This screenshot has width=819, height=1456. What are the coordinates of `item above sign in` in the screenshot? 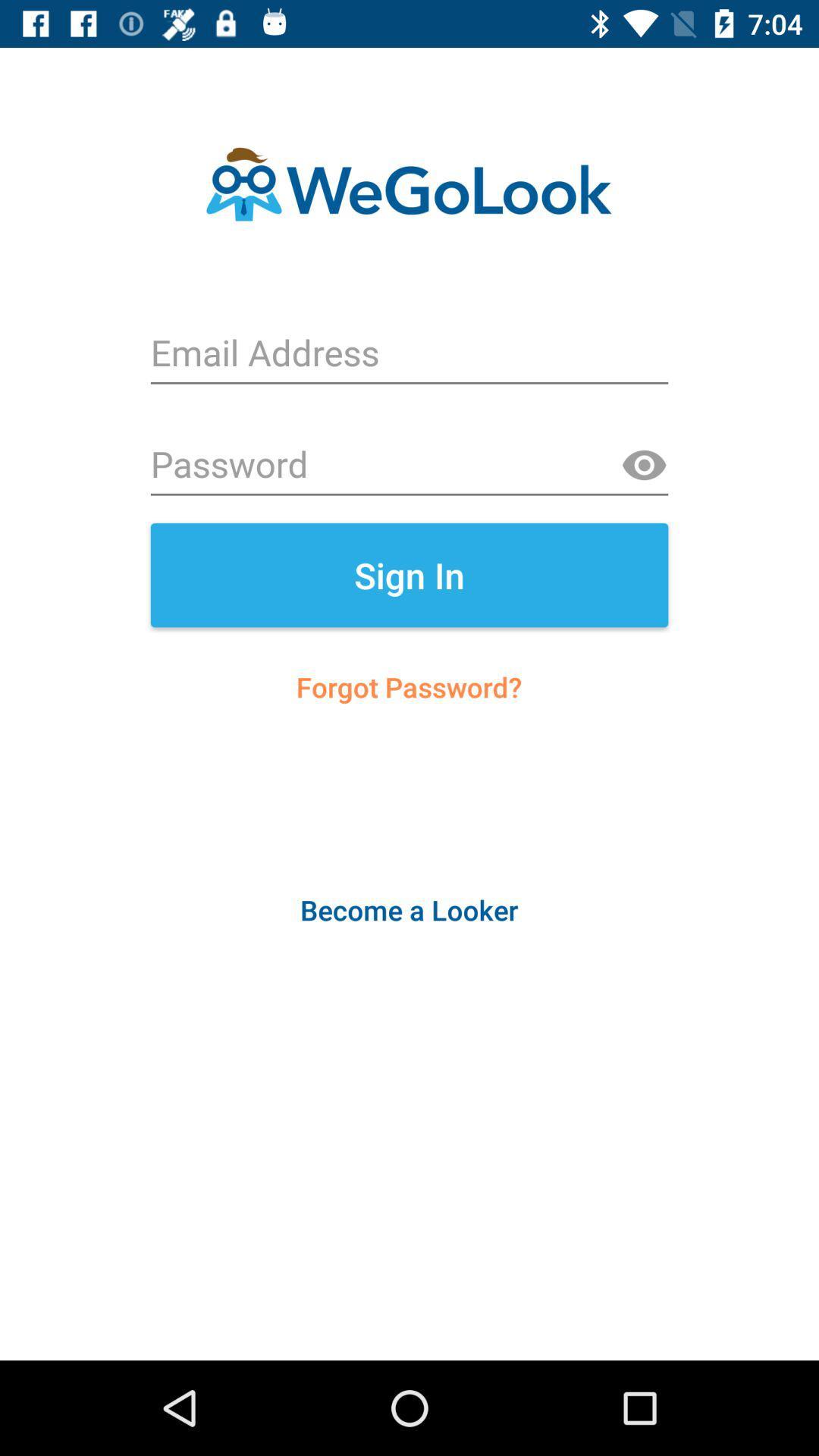 It's located at (644, 465).